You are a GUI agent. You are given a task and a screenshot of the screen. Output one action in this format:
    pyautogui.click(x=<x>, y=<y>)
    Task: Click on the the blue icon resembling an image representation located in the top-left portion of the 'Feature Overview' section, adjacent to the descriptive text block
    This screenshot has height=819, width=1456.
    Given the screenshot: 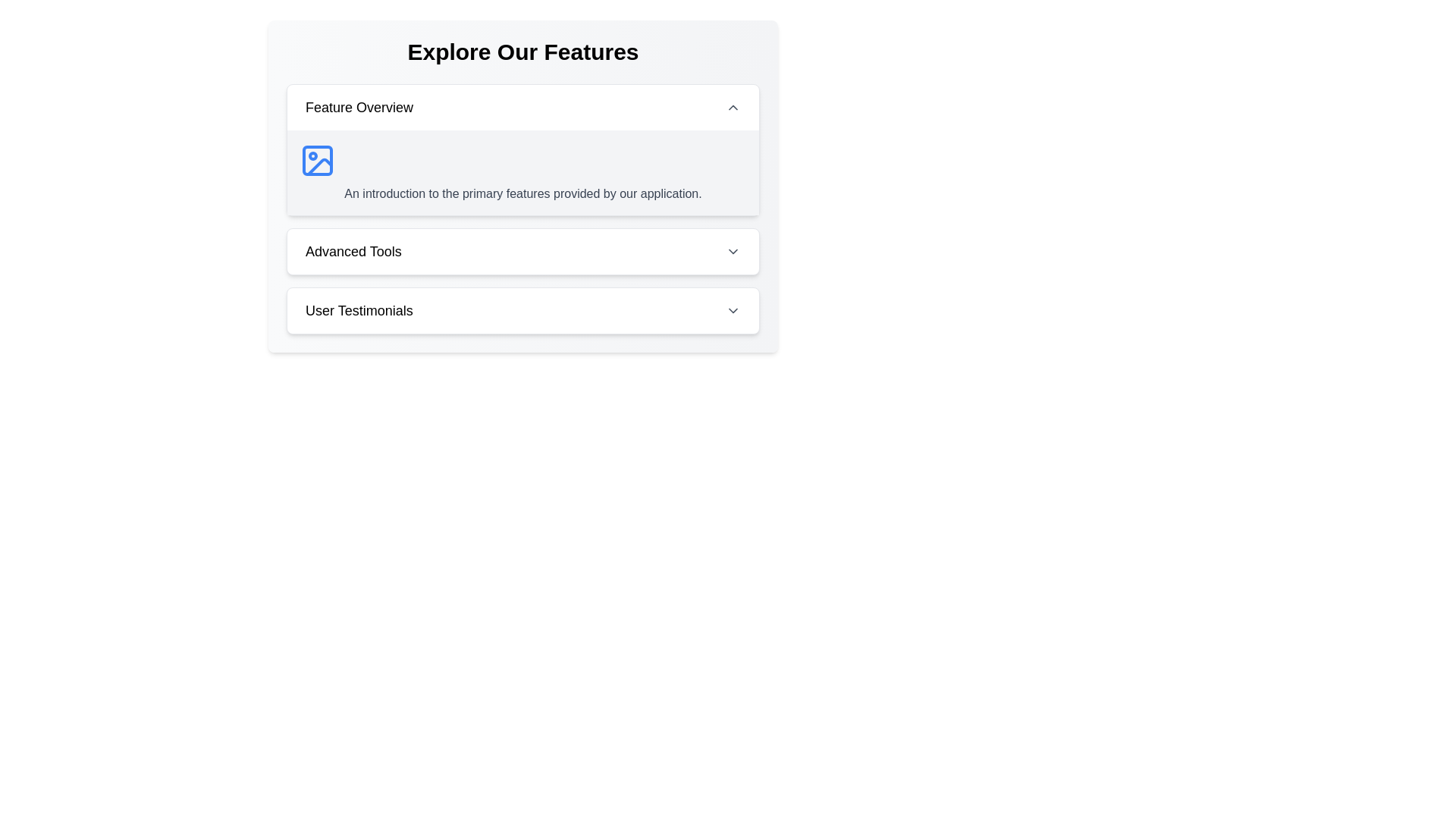 What is the action you would take?
    pyautogui.click(x=316, y=161)
    